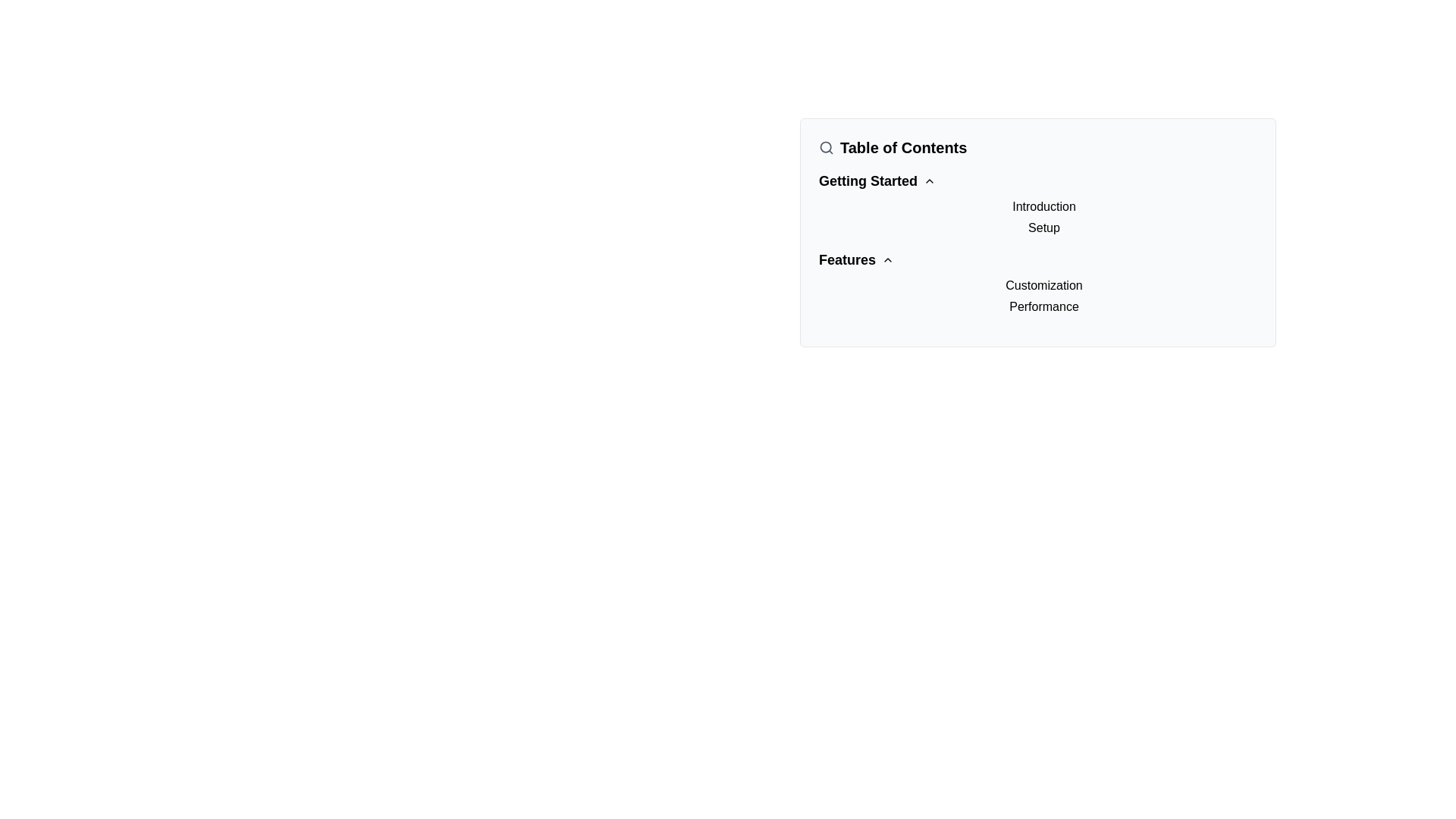 Image resolution: width=1456 pixels, height=819 pixels. I want to click on the 'Introduction' text label under the 'Getting Started' section of the 'Table of Contents' to change its color to blue, so click(1043, 207).